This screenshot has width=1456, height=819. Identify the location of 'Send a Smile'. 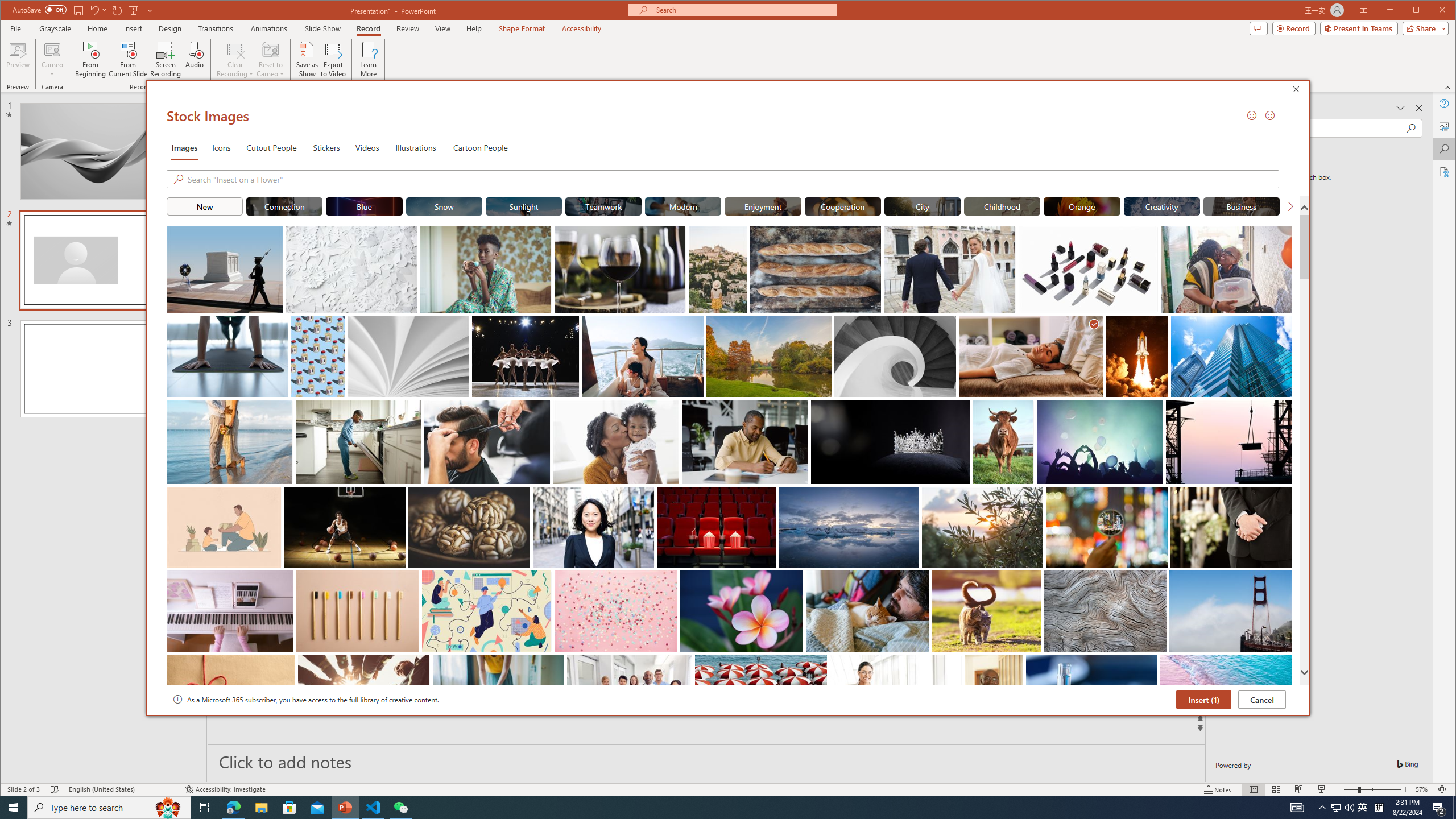
(1252, 115).